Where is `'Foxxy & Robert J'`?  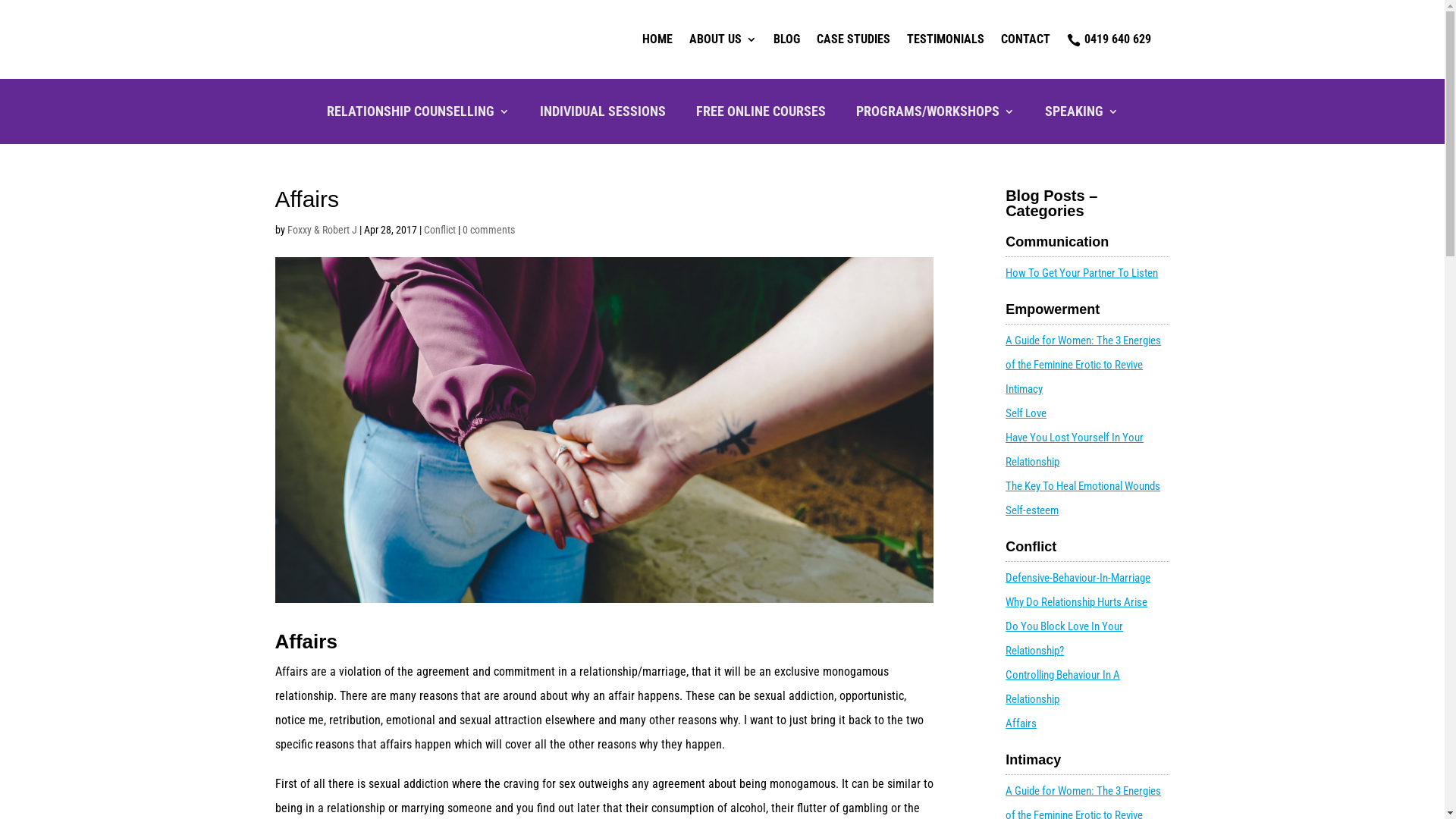
'Foxxy & Robert J' is located at coordinates (320, 230).